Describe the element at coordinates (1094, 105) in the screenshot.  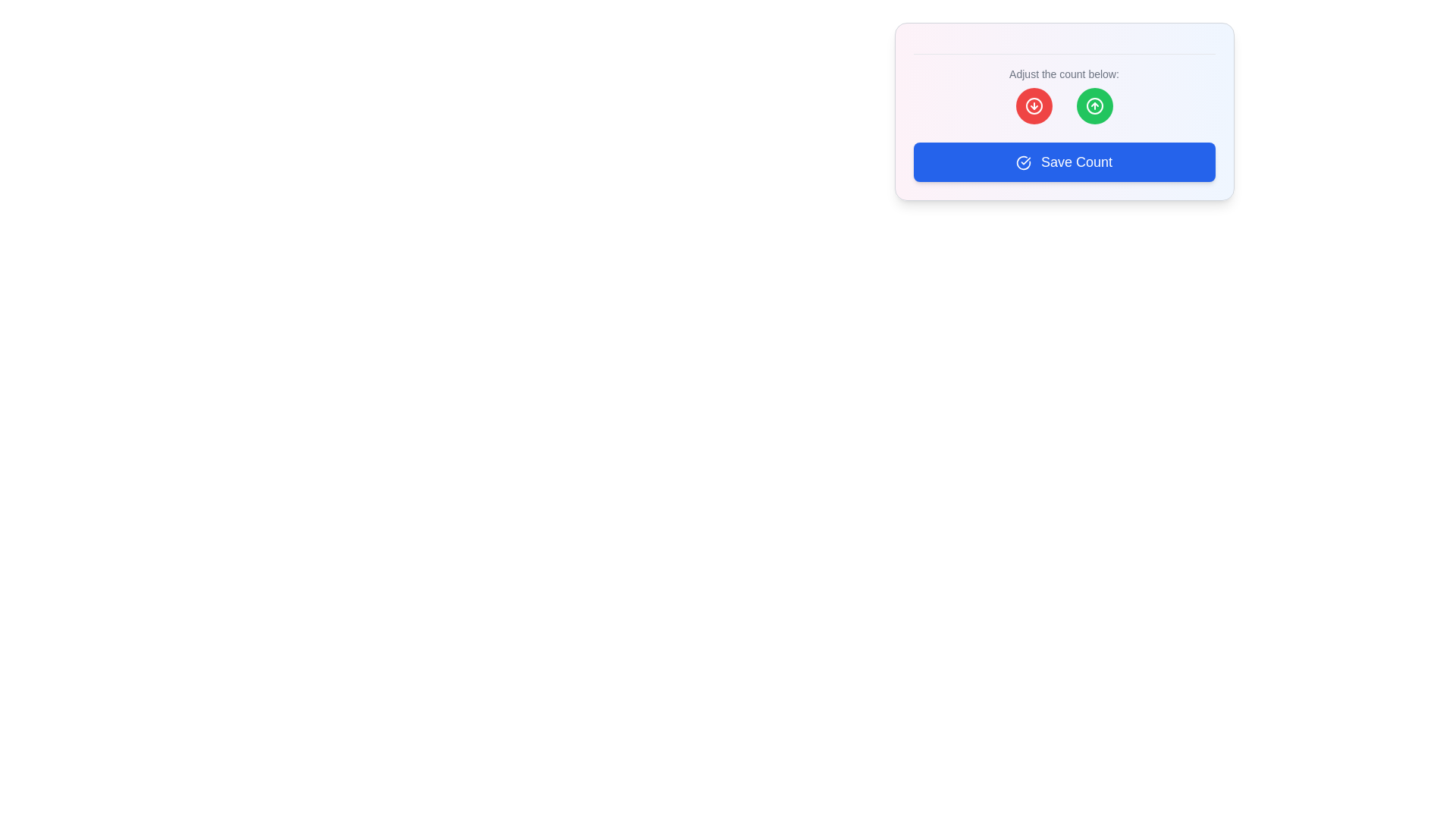
I see `the second interactive button in the card interface that is used to increment or increase a count, located to the right of the red button with a downward-pointing arrow` at that location.